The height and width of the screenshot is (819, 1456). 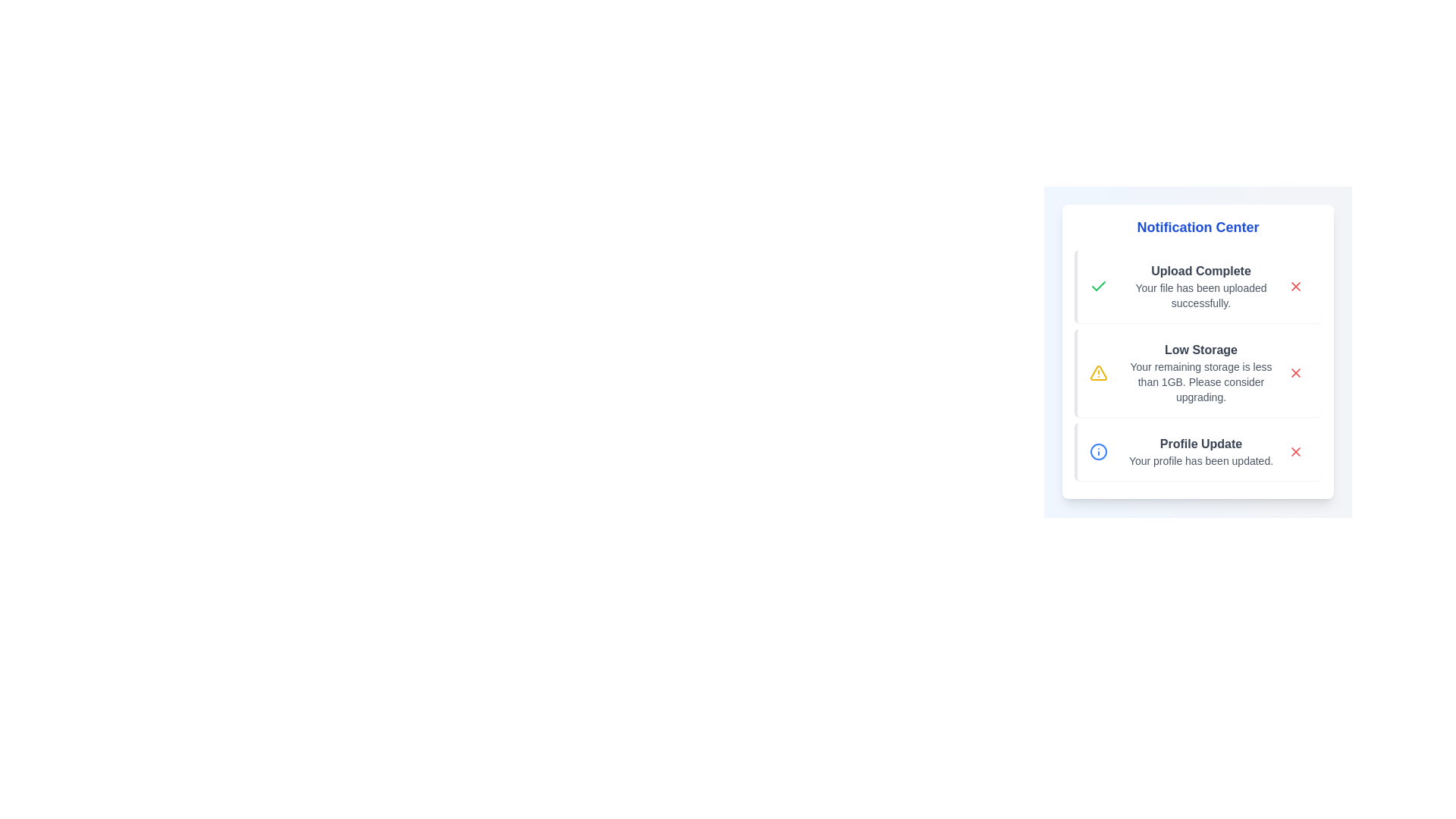 I want to click on the 'Upload Complete' text label, which is styled with gray color and positioned at the top of a notification card indicating the file upload status, so click(x=1200, y=270).